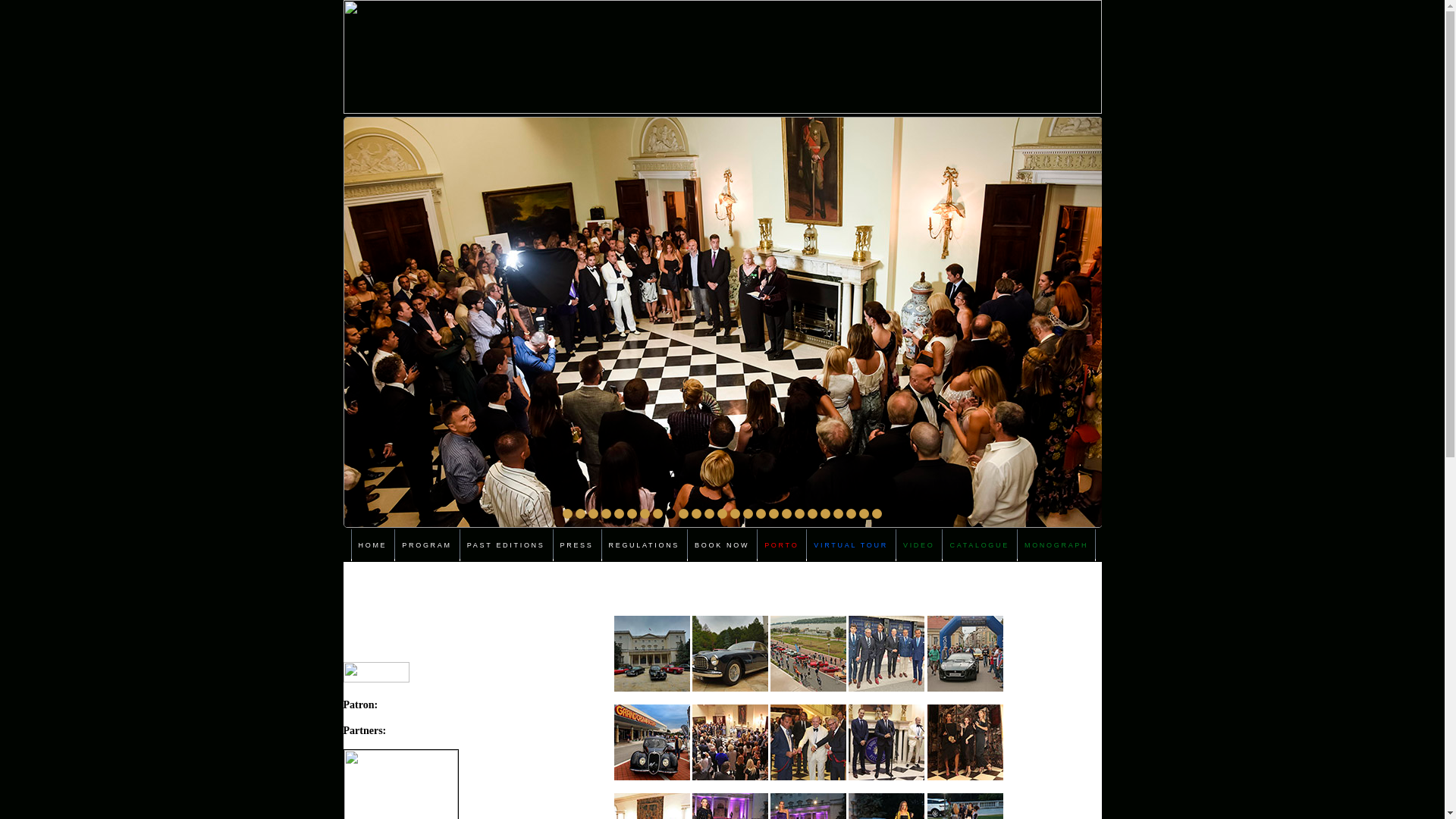 This screenshot has height=819, width=1456. What do you see at coordinates (575, 544) in the screenshot?
I see `'PRESS'` at bounding box center [575, 544].